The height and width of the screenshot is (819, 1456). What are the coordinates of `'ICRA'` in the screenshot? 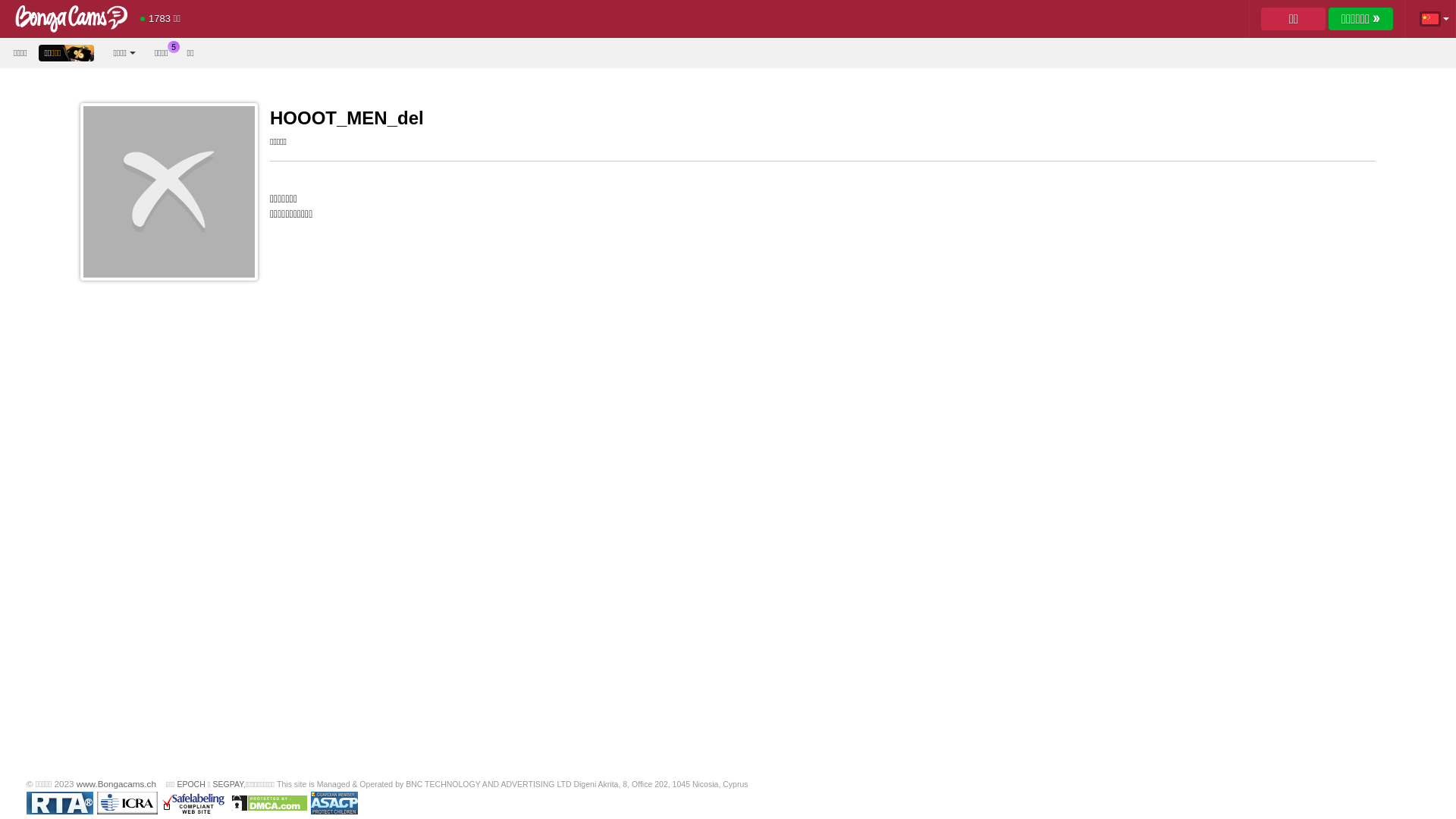 It's located at (127, 802).